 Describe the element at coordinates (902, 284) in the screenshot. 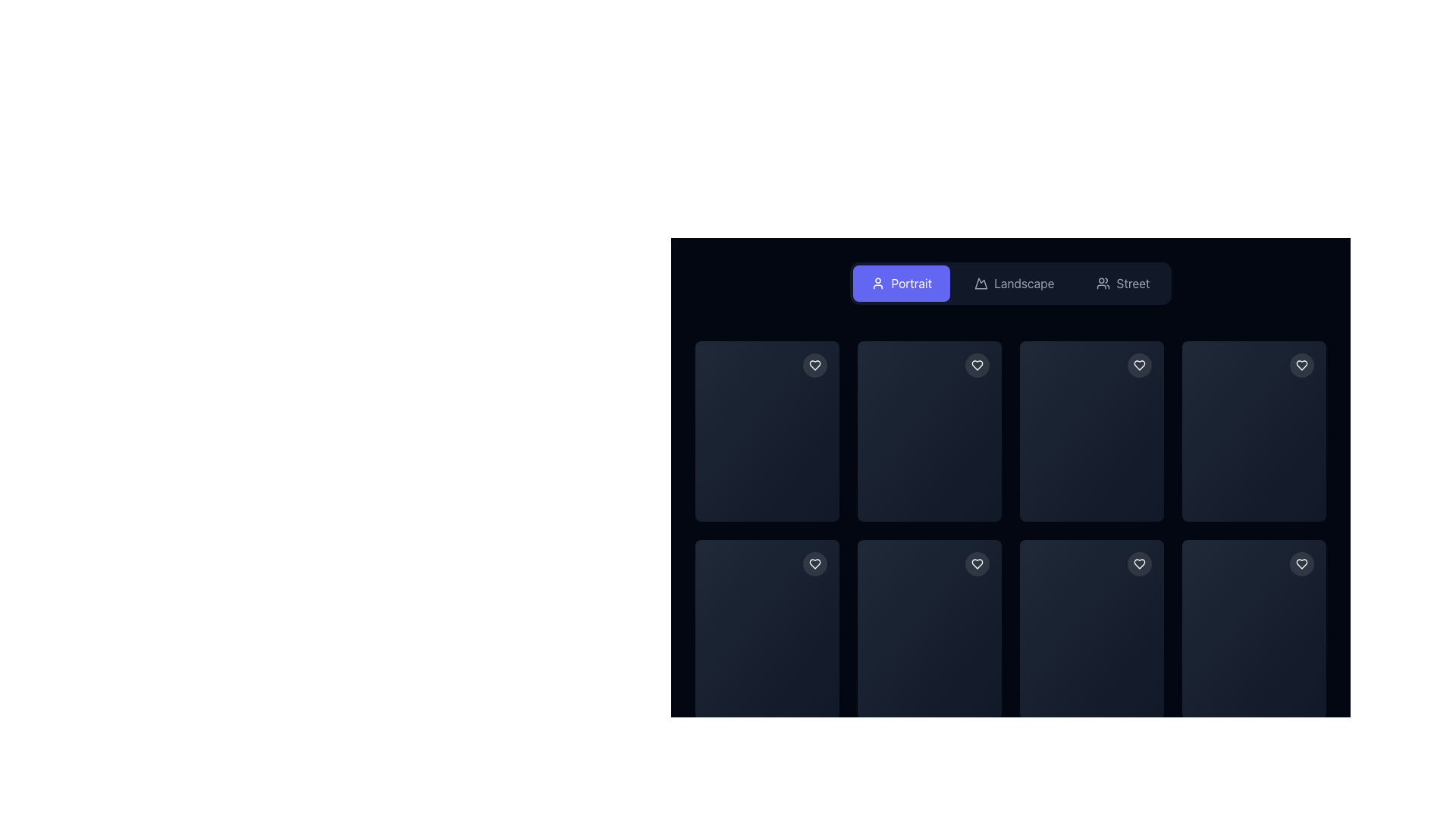

I see `the button labeled 'Portrait' which is styled with a purple background and contains a user silhouette icon` at that location.